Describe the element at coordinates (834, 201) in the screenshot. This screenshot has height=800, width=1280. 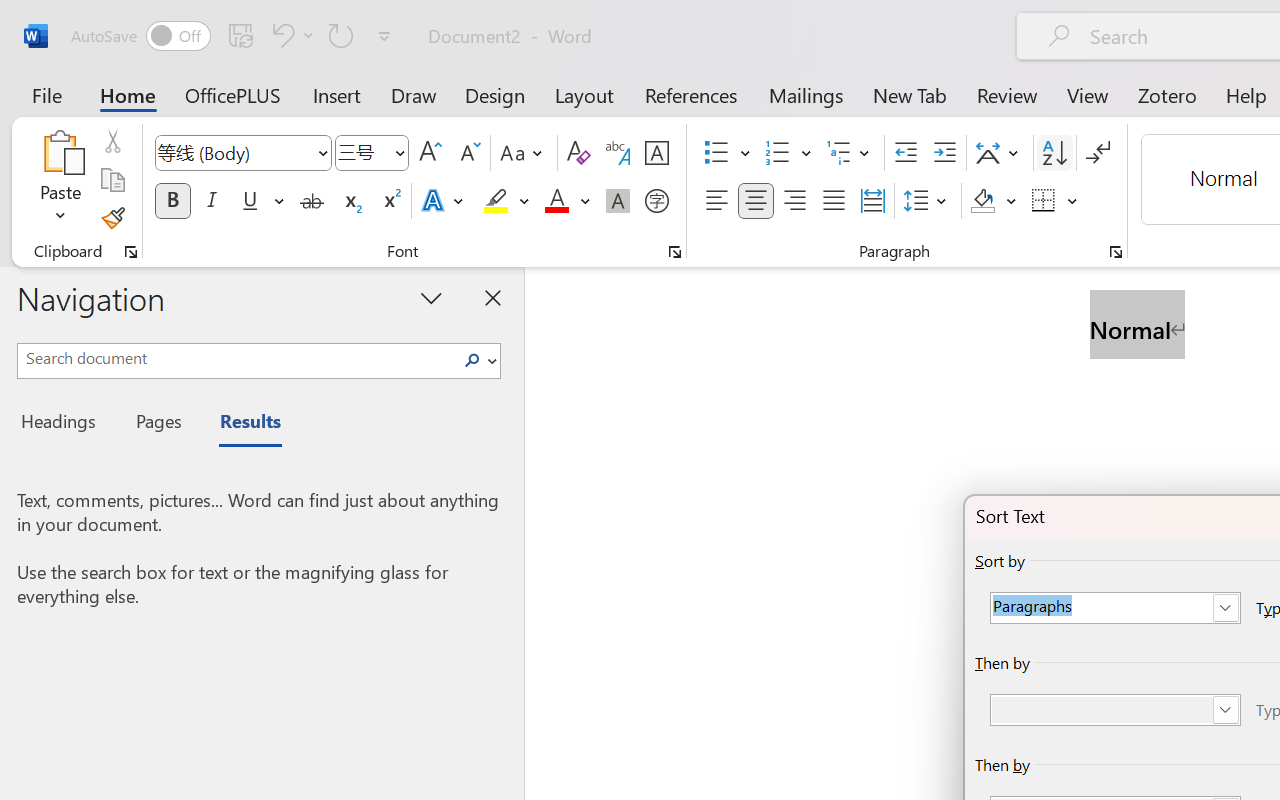
I see `'Justify'` at that location.